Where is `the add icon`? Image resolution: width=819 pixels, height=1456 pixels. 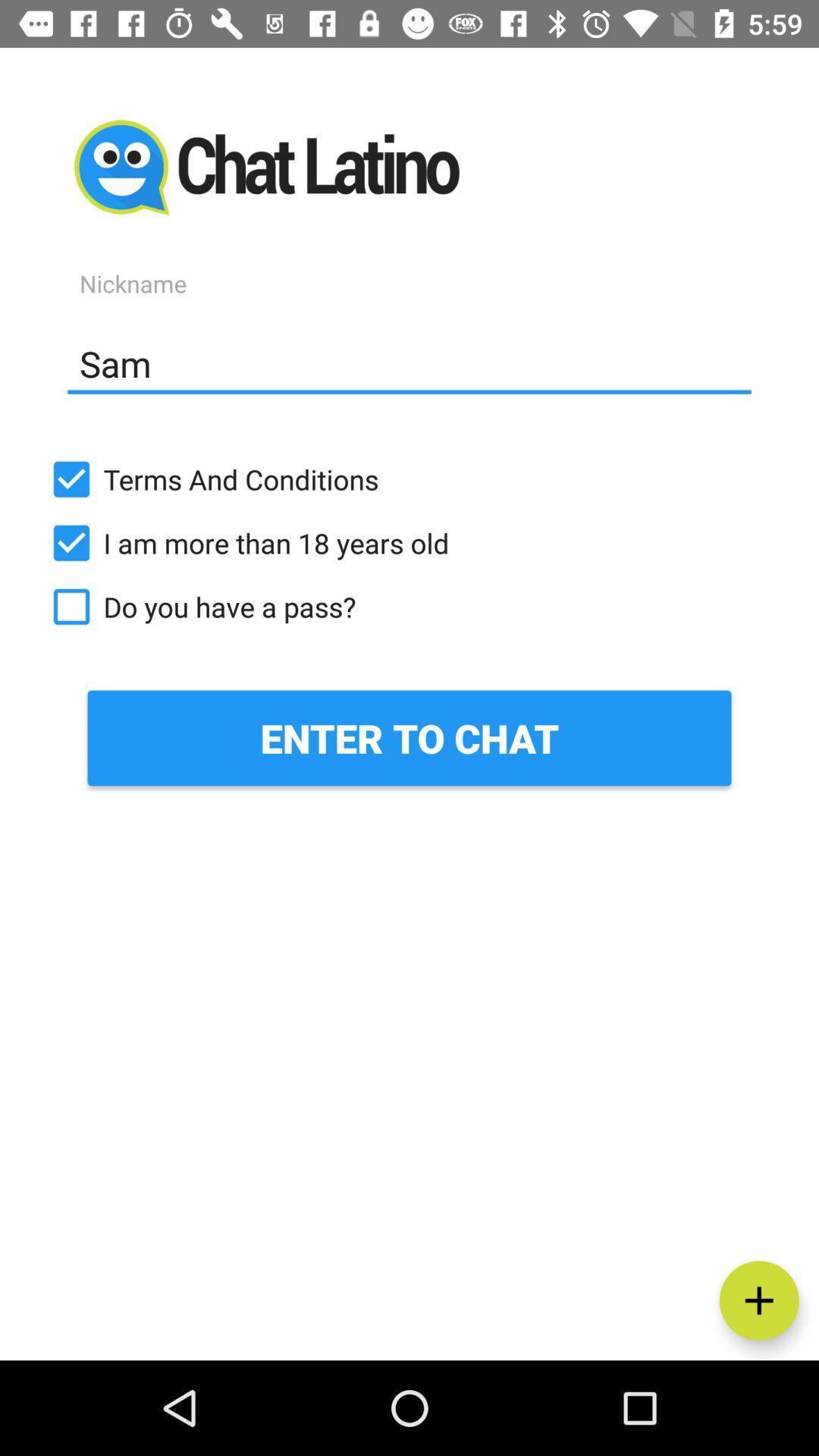 the add icon is located at coordinates (759, 1300).